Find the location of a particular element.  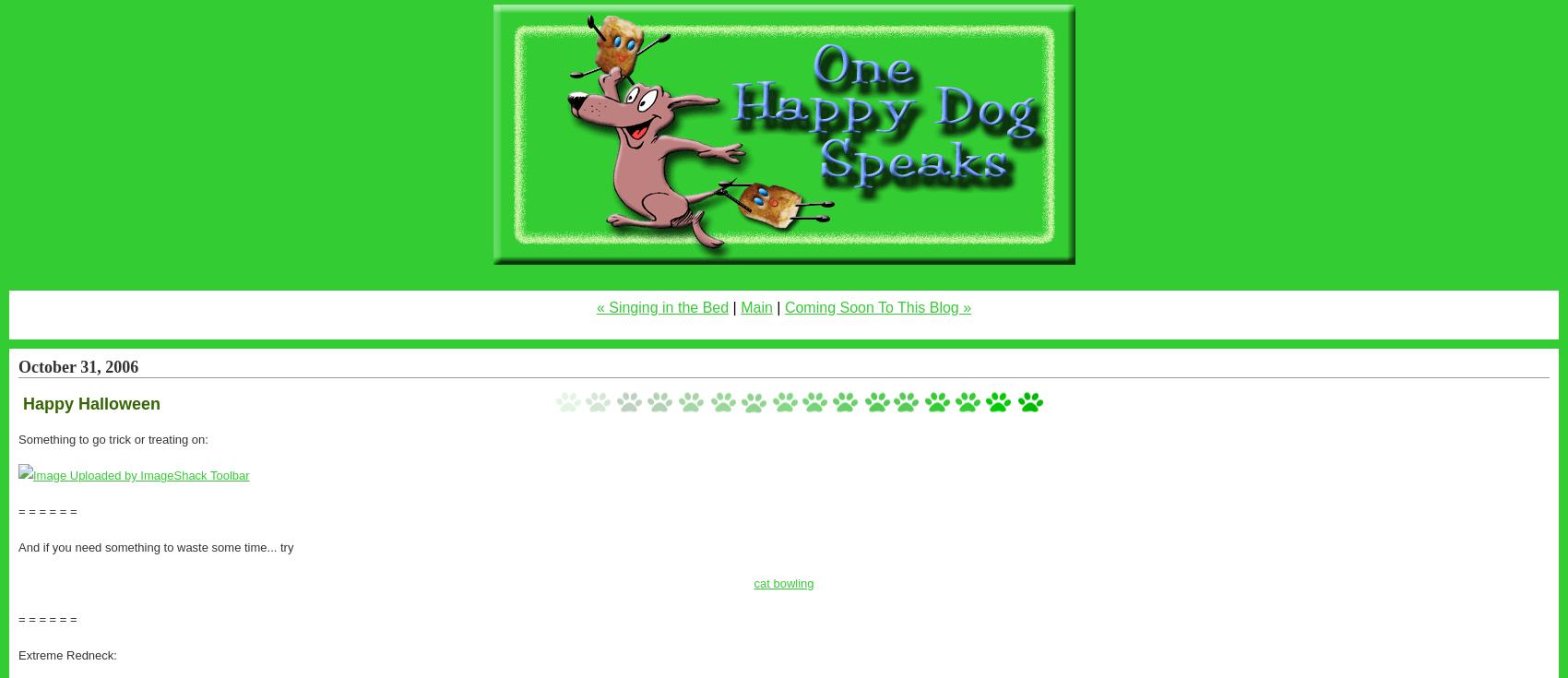

'cat bowling' is located at coordinates (782, 582).